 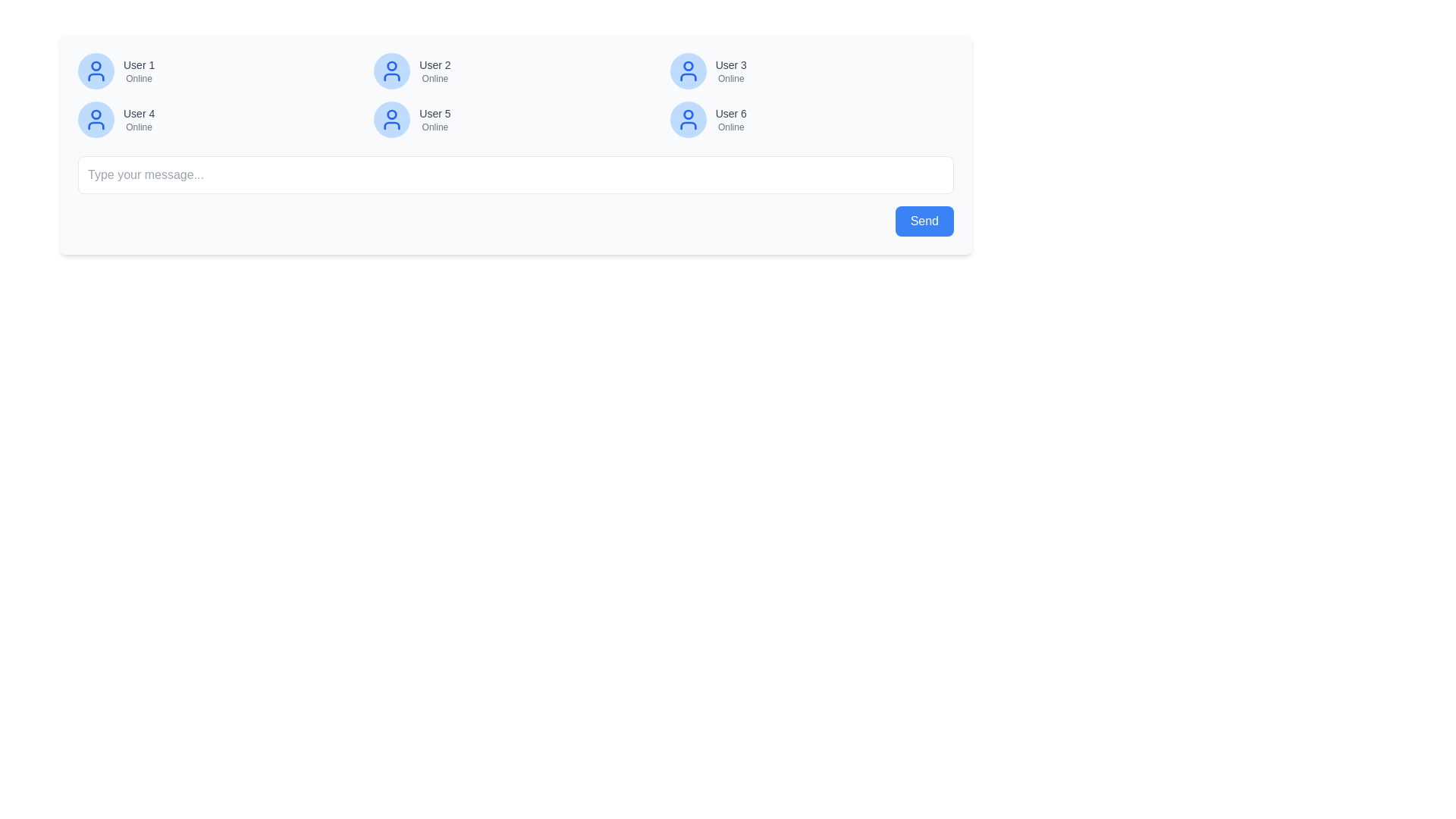 I want to click on the User card for 'User 4' in the grid layout, so click(x=219, y=119).